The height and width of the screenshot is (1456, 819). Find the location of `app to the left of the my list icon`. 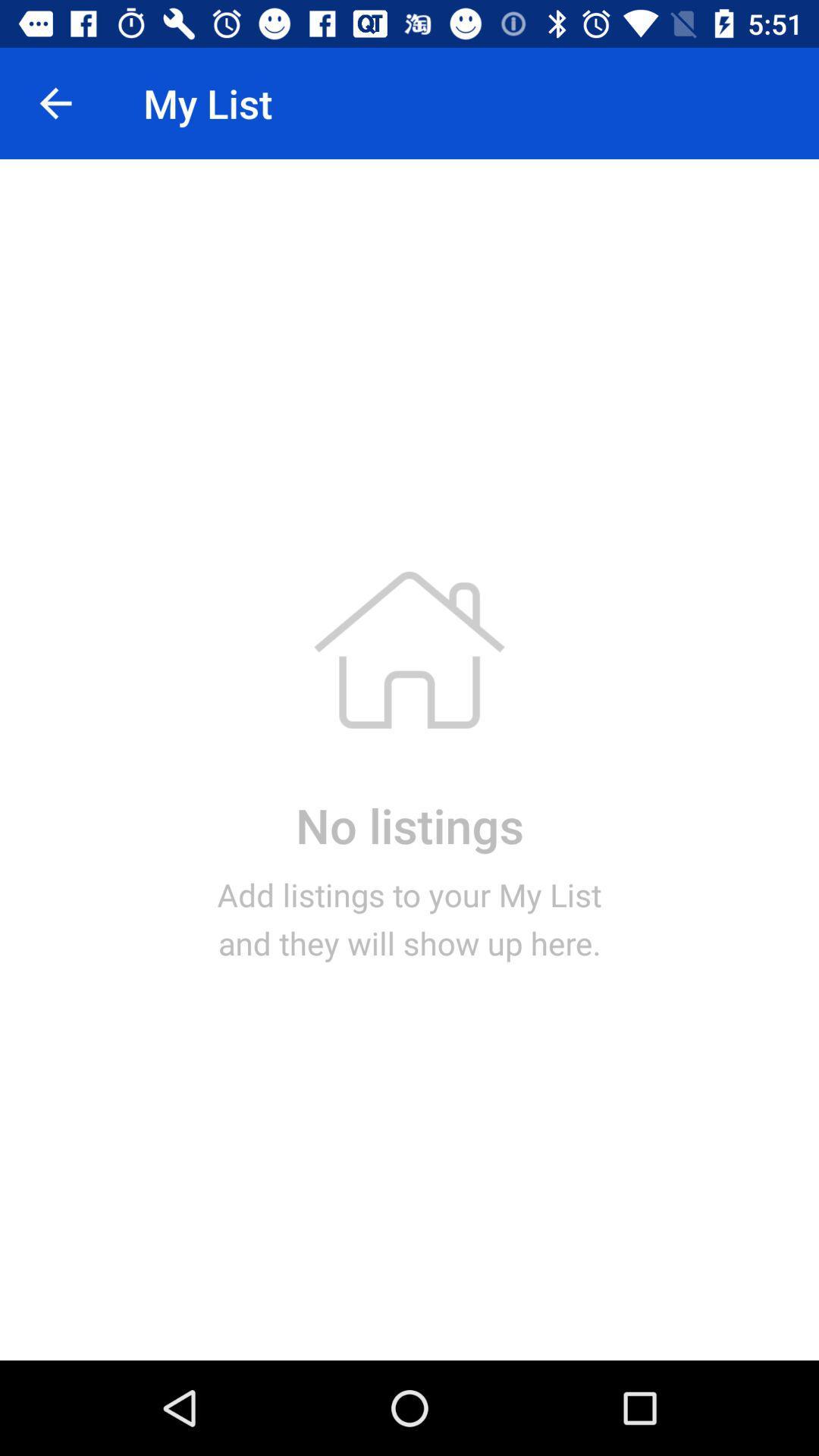

app to the left of the my list icon is located at coordinates (55, 102).